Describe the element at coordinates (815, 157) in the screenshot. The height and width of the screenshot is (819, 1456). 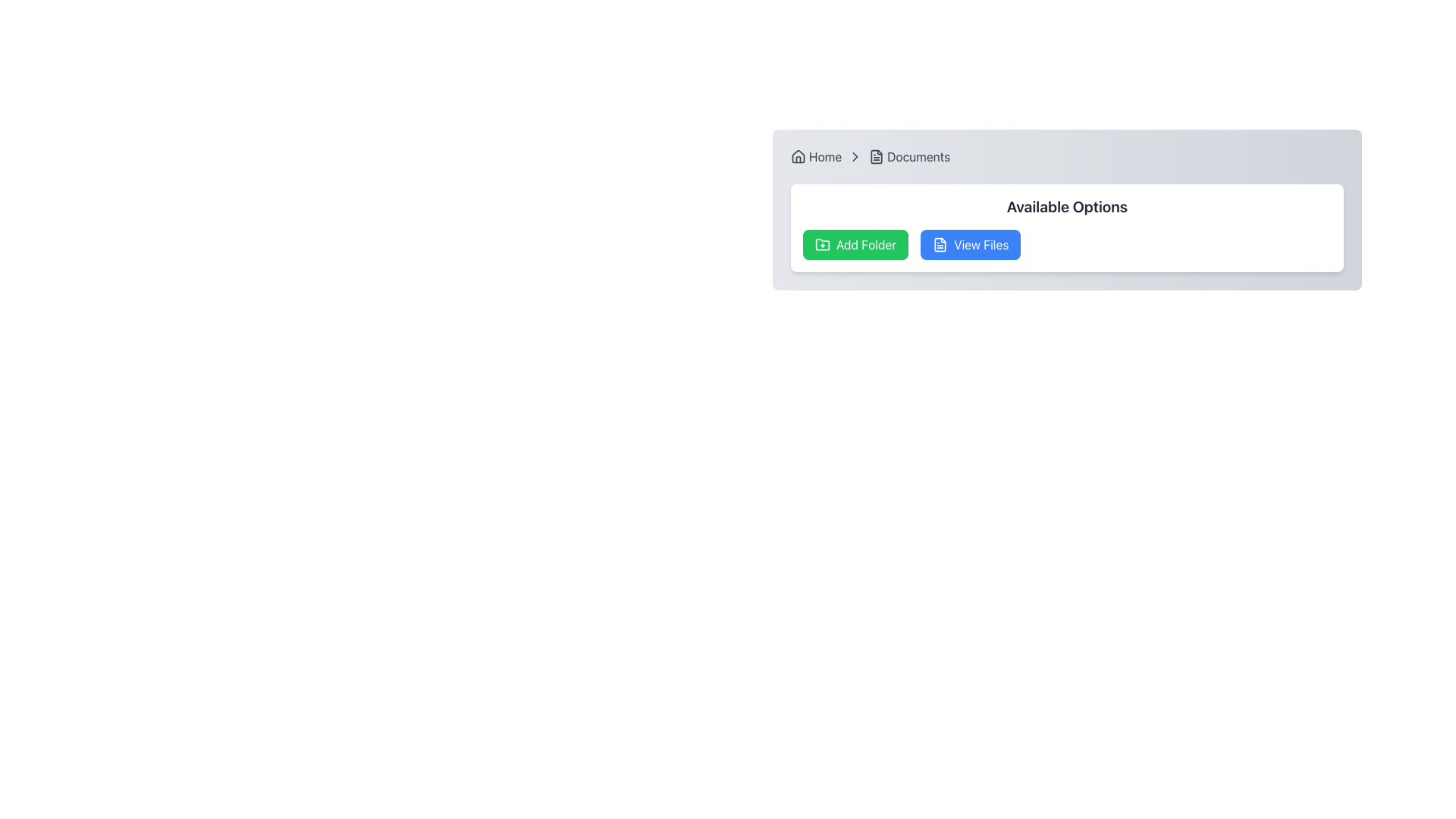
I see `the clickable link with icon and text at the top left of the breadcrumb navigation bar` at that location.